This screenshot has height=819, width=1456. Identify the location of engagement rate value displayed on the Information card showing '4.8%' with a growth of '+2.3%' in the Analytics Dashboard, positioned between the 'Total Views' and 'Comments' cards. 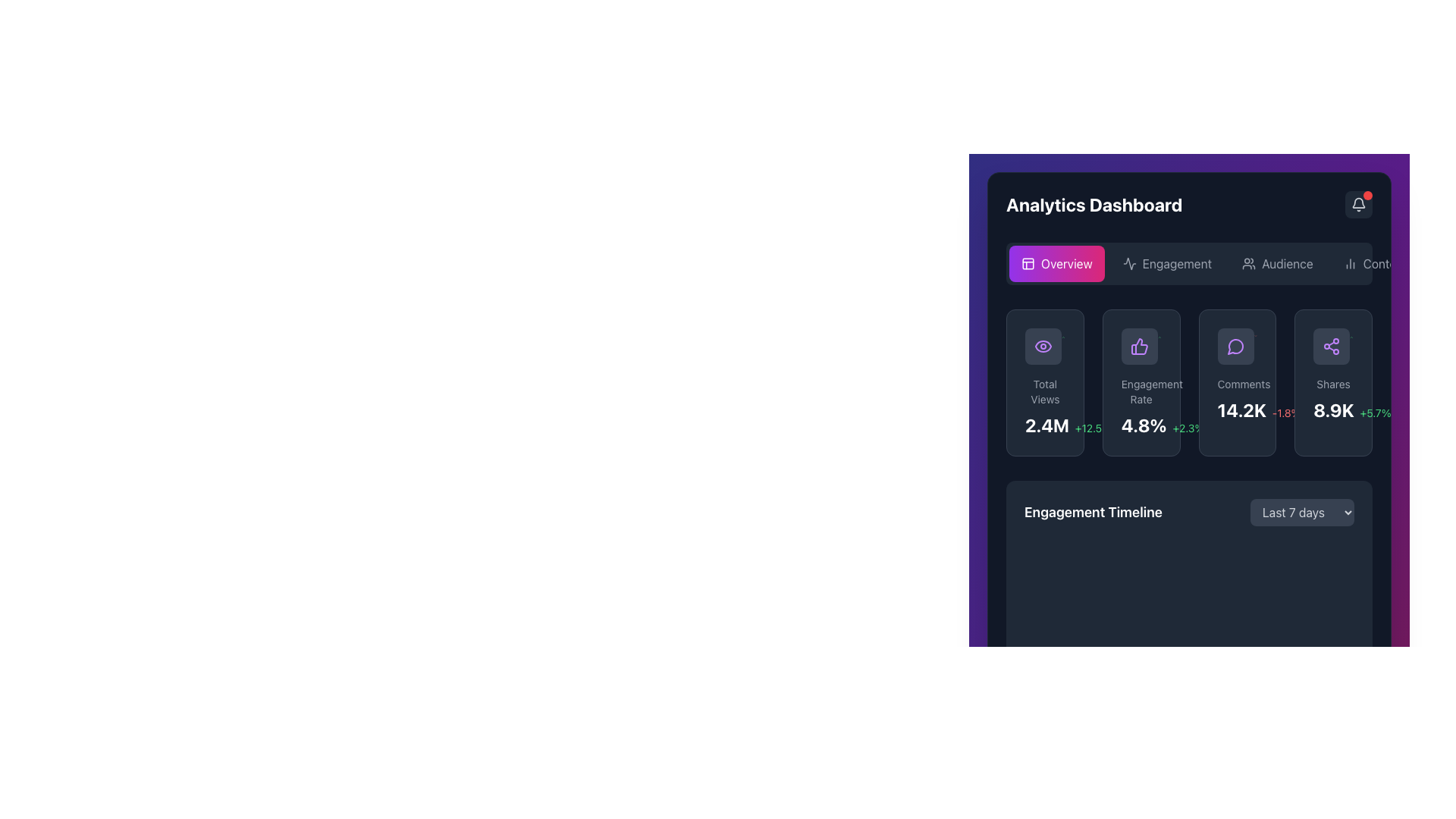
(1141, 382).